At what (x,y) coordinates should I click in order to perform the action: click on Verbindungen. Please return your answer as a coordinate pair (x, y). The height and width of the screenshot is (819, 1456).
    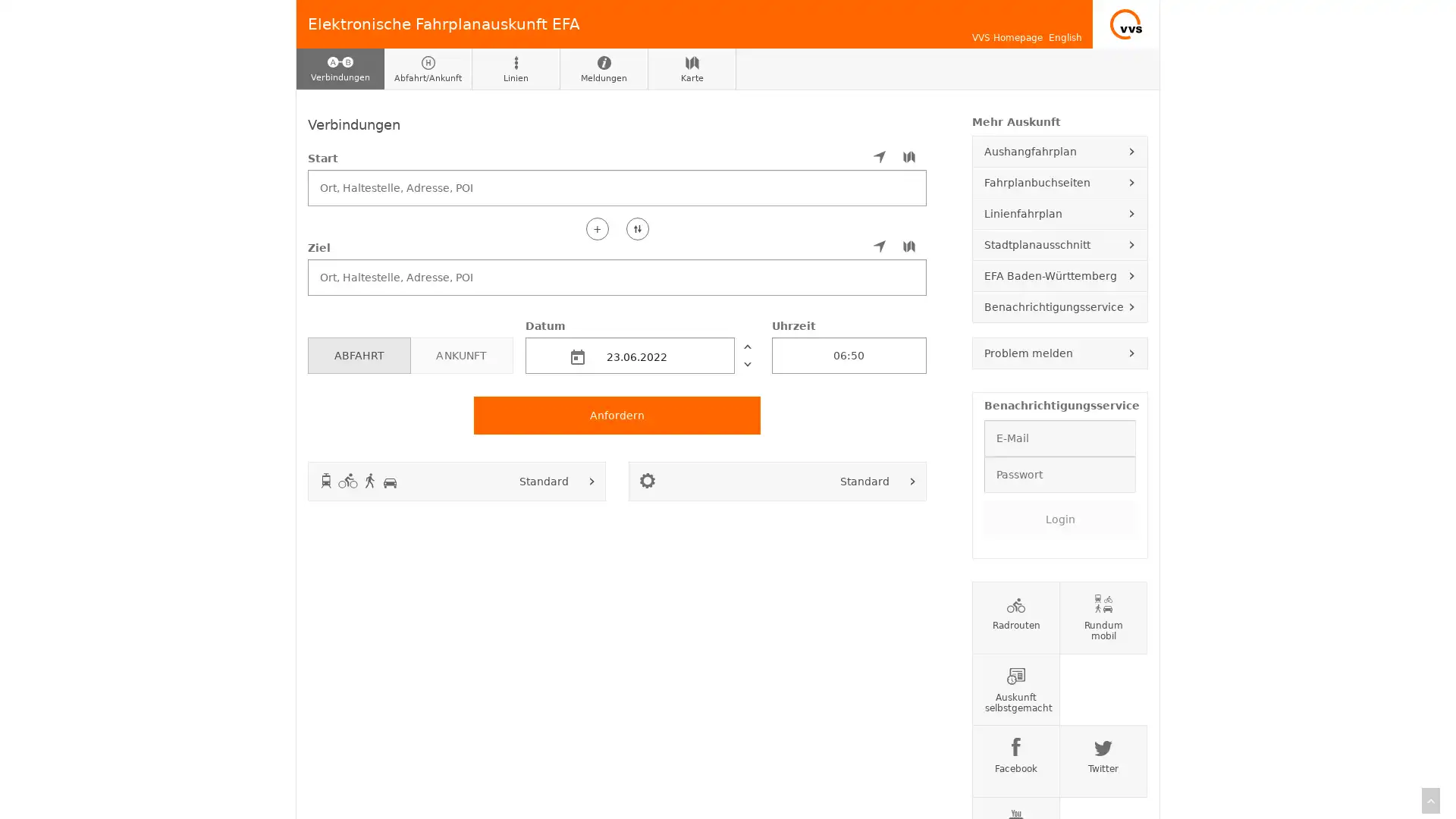
    Looking at the image, I should click on (340, 69).